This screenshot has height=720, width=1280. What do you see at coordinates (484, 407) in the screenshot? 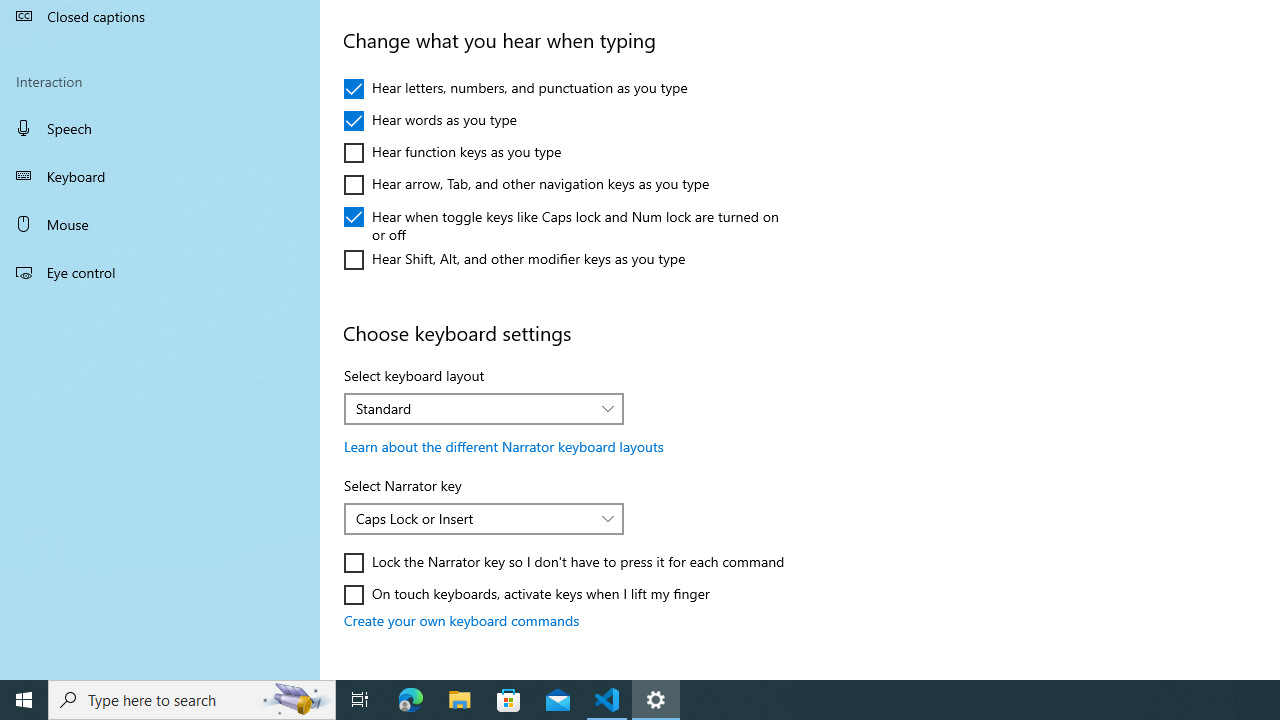
I see `'Select keyboard layout'` at bounding box center [484, 407].